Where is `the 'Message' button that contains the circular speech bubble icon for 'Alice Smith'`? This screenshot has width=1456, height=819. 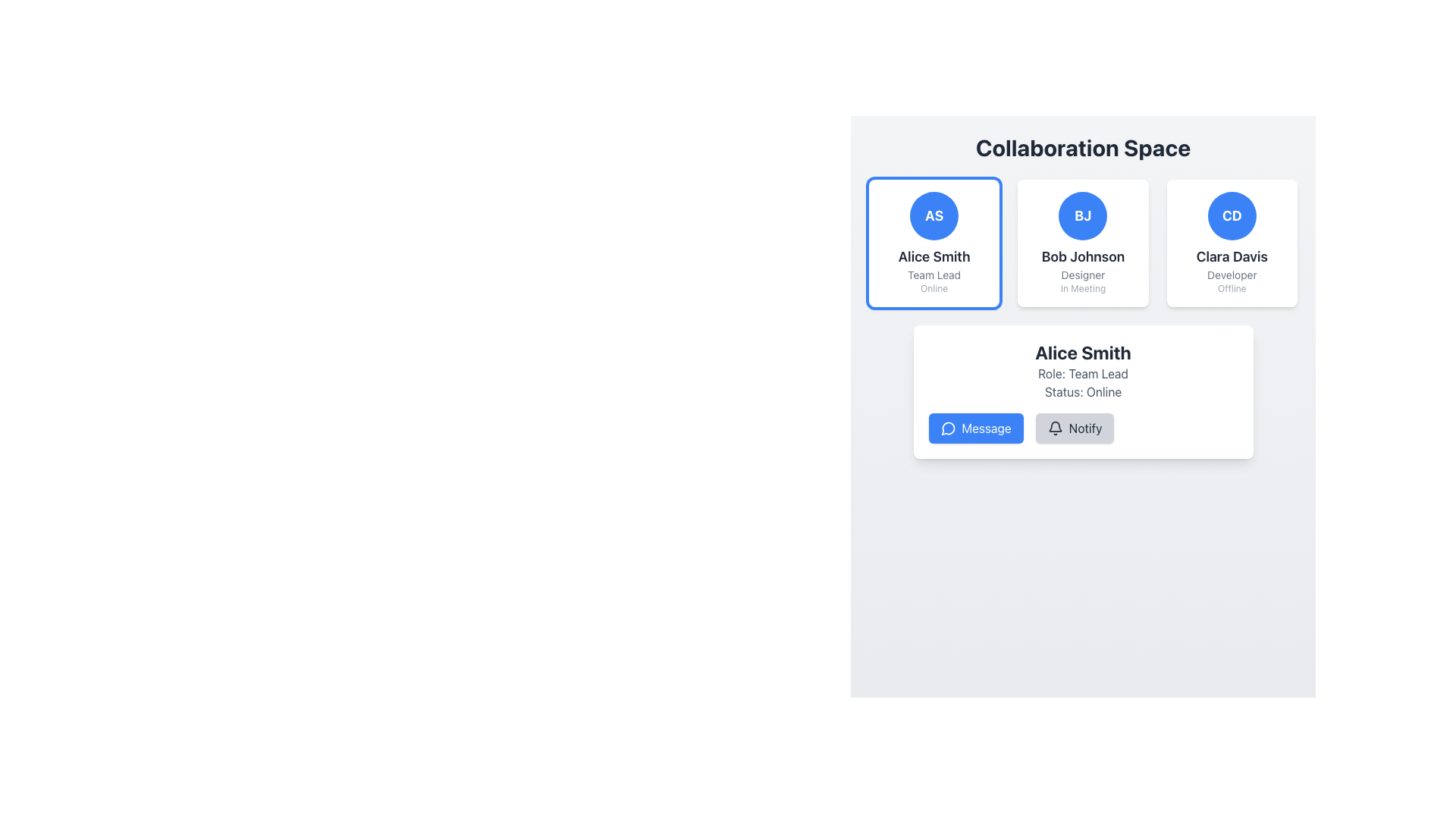
the 'Message' button that contains the circular speech bubble icon for 'Alice Smith' is located at coordinates (947, 428).